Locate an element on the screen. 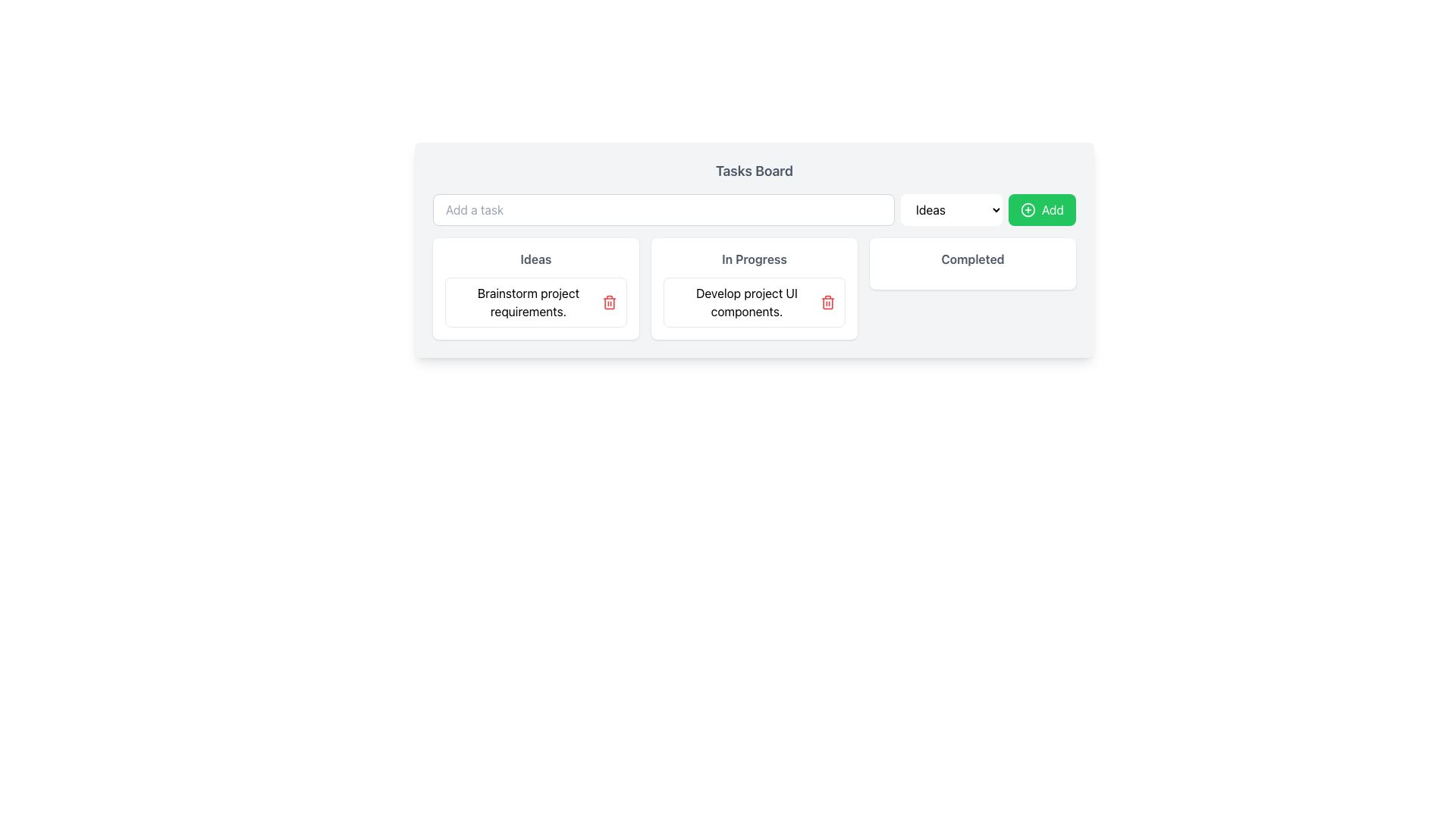  the task card labeled 'Develop project UI components.' located in the 'In Progress' section is located at coordinates (754, 302).